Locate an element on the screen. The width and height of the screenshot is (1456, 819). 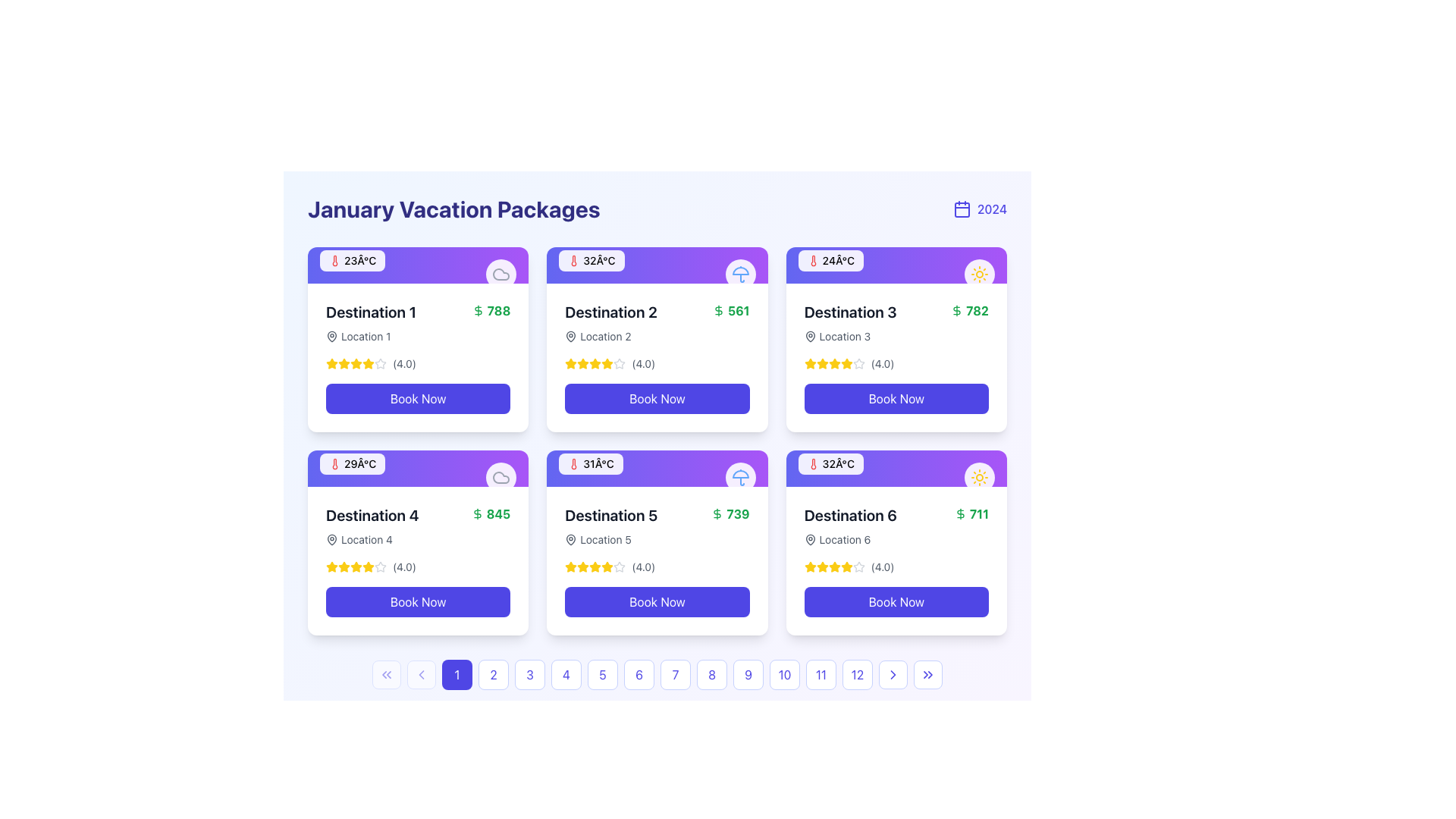
the pagination button labeled '9', which is located between buttons '8' and '10' is located at coordinates (748, 674).